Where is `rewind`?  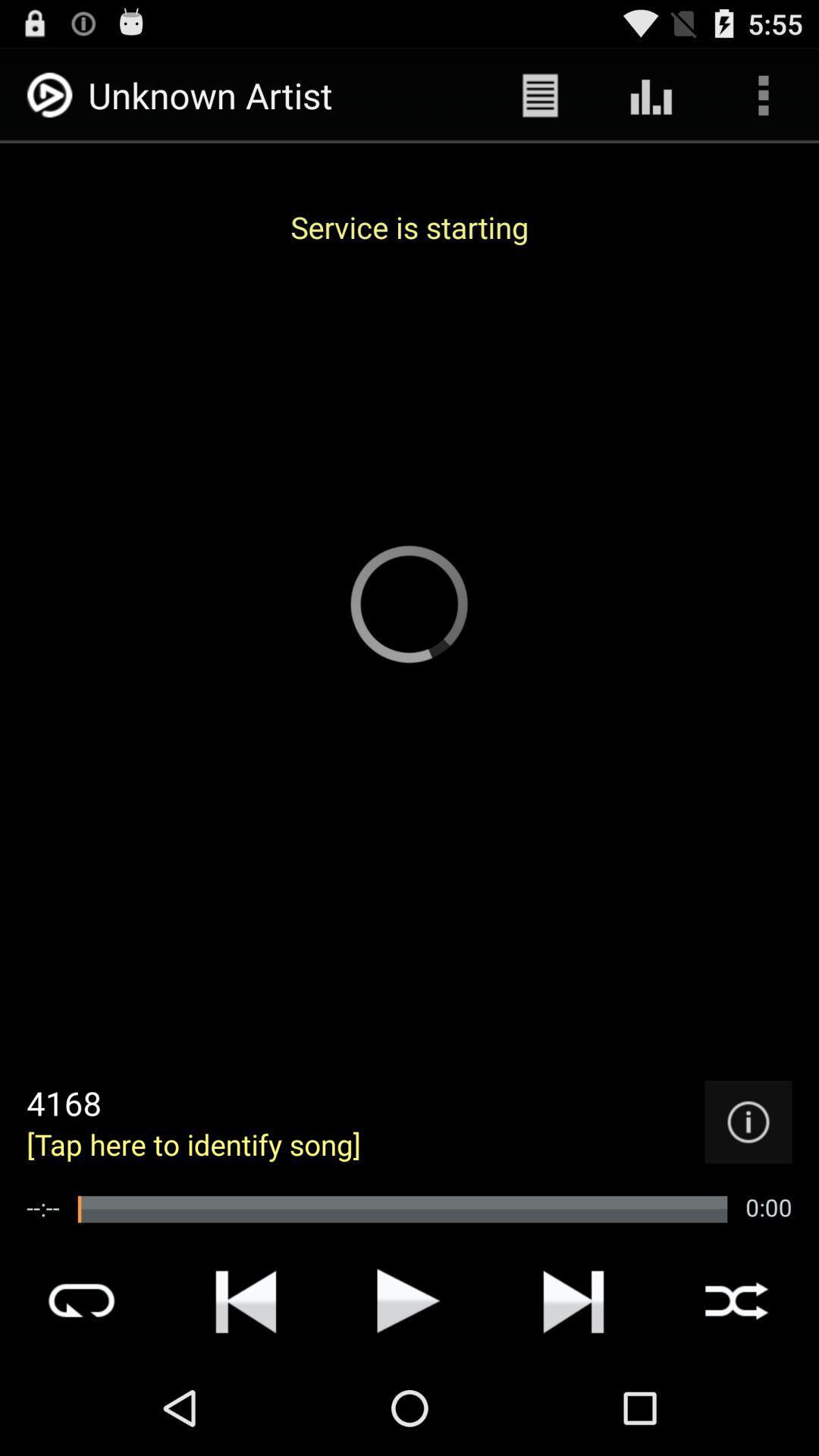 rewind is located at coordinates (245, 1300).